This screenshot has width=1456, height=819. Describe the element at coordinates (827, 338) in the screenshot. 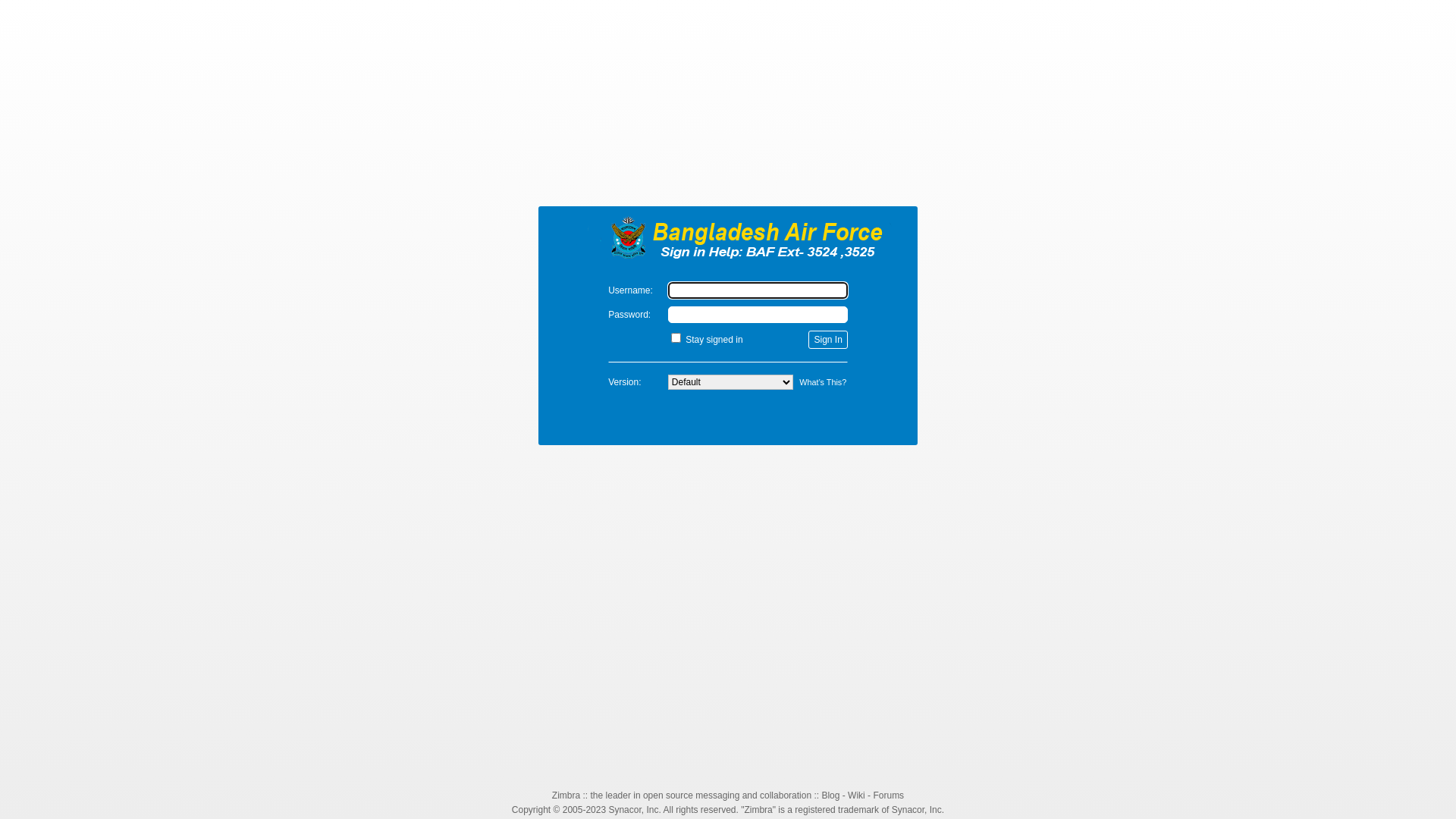

I see `'Sign In'` at that location.